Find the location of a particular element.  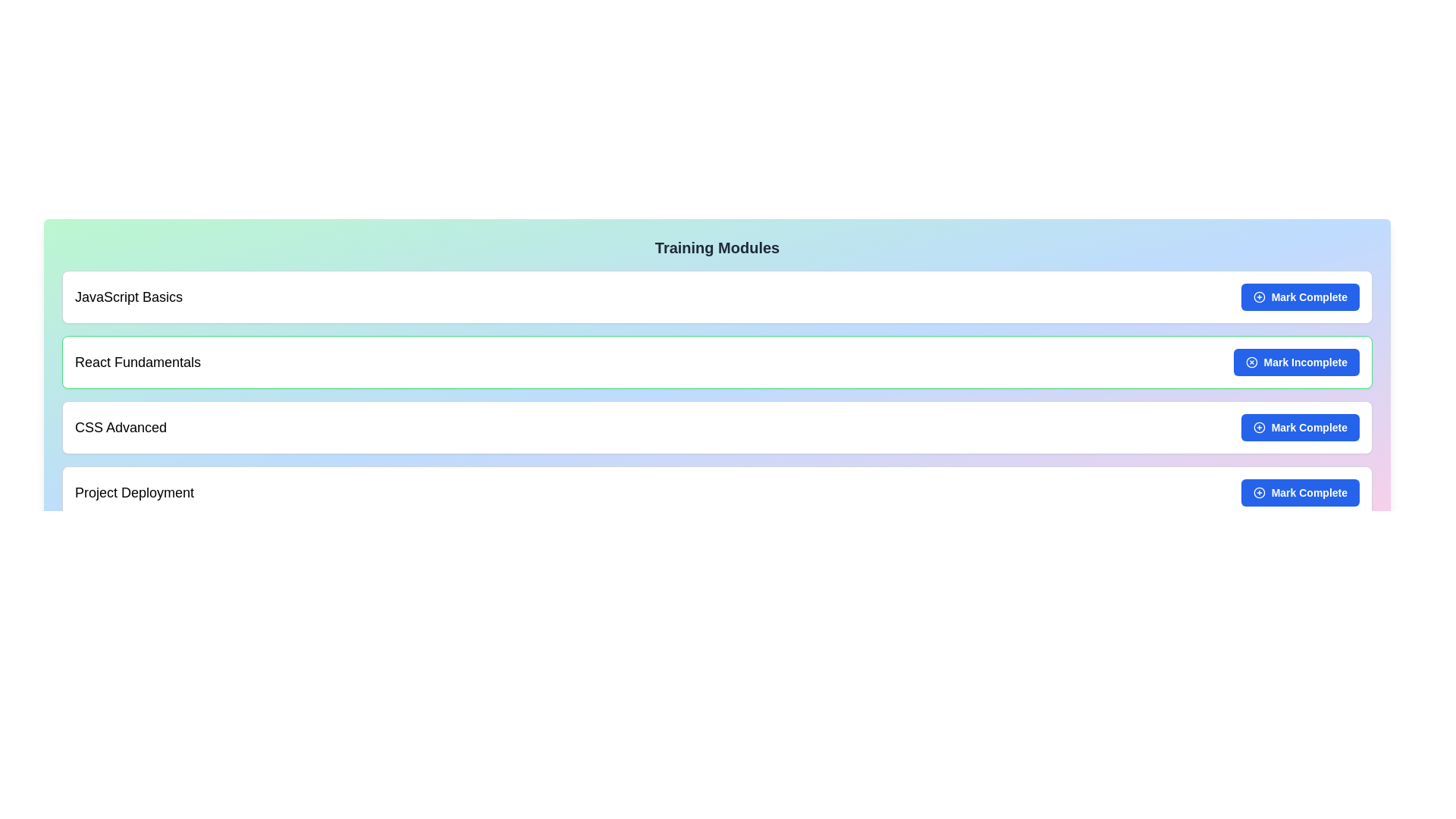

the button with the blue background and white text reading 'Mark Incomplete', which features a crossed circle icon is located at coordinates (1295, 362).